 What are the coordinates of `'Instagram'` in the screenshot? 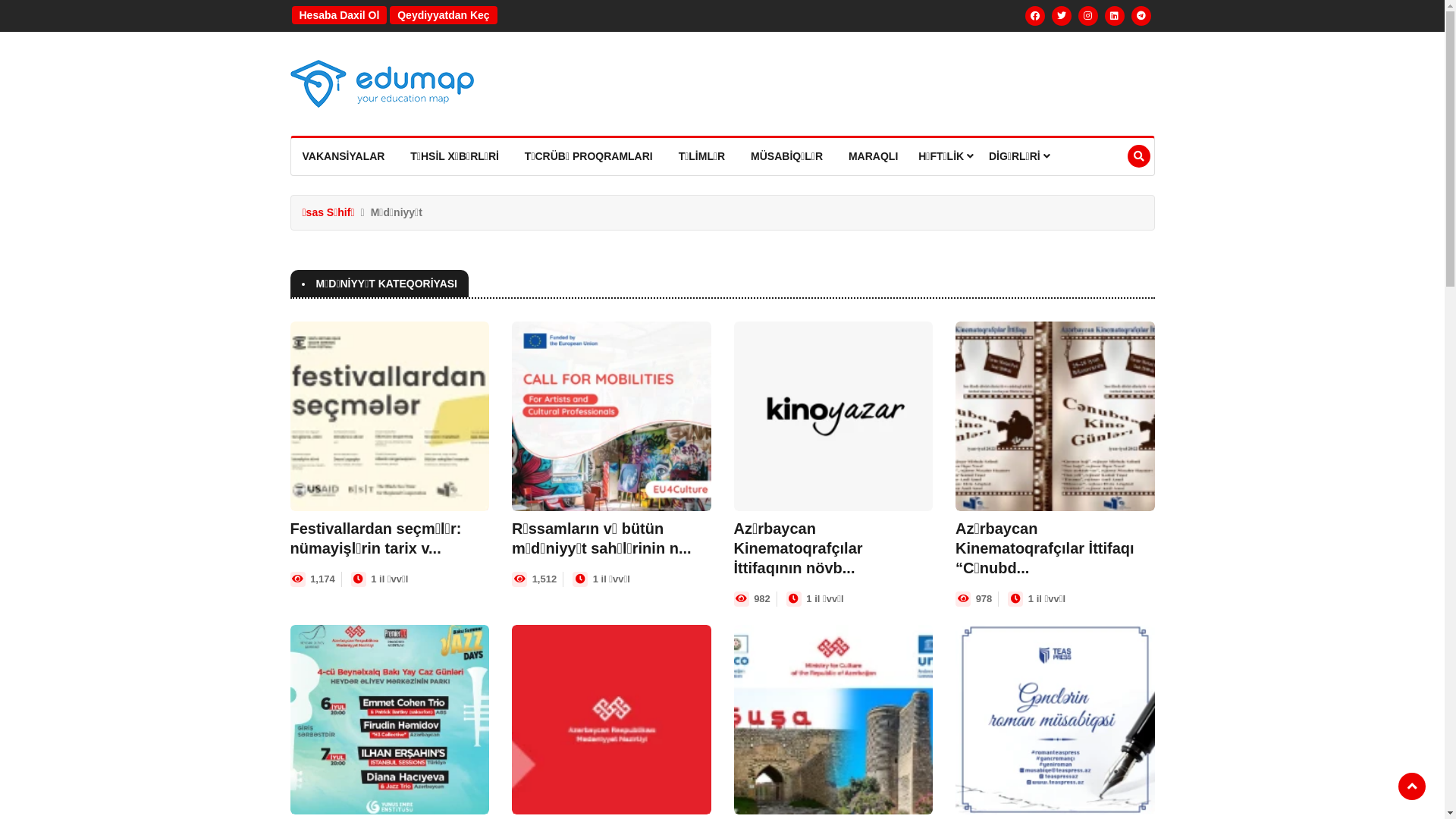 It's located at (1077, 15).